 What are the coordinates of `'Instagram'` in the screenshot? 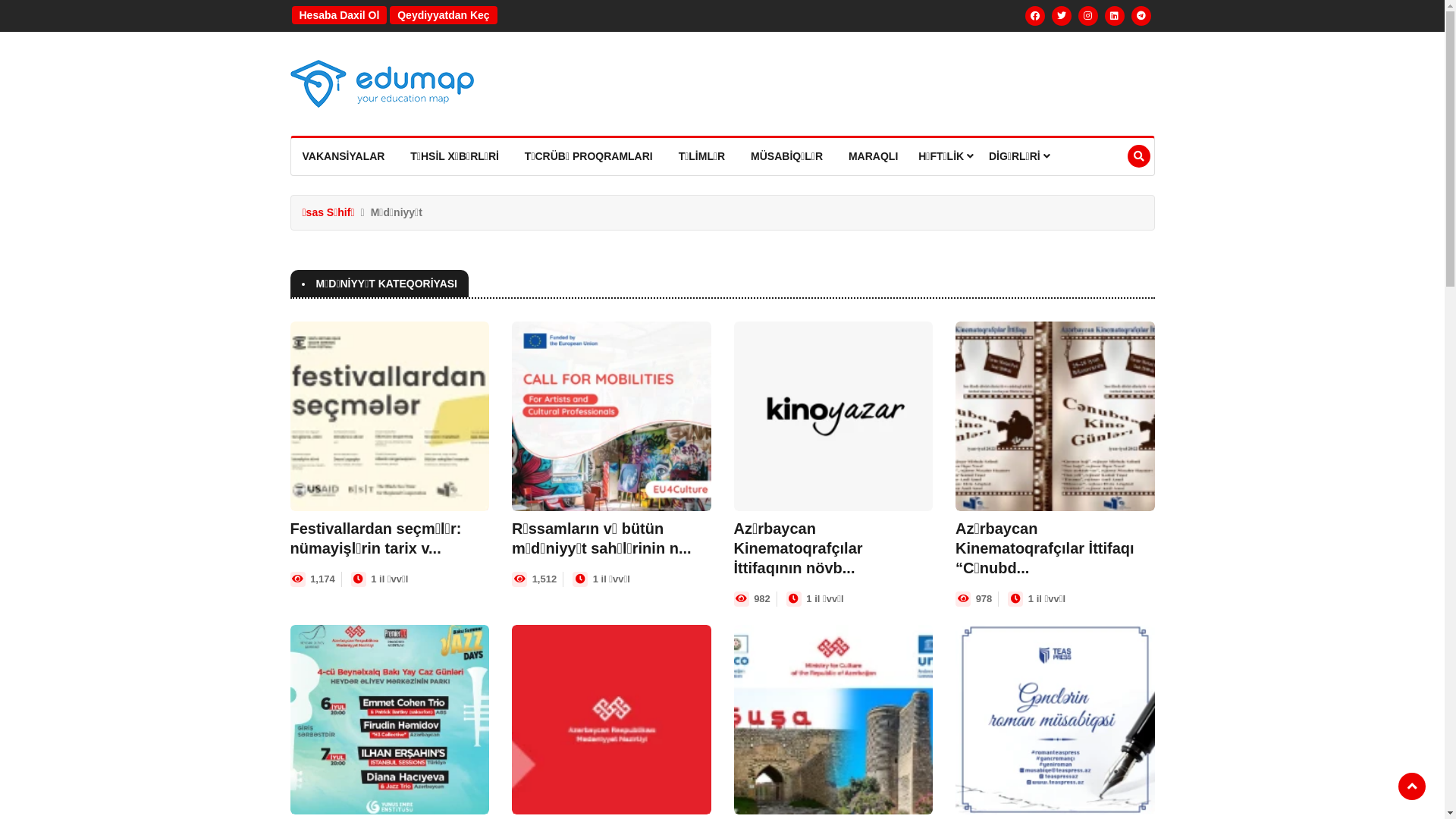 It's located at (1077, 15).